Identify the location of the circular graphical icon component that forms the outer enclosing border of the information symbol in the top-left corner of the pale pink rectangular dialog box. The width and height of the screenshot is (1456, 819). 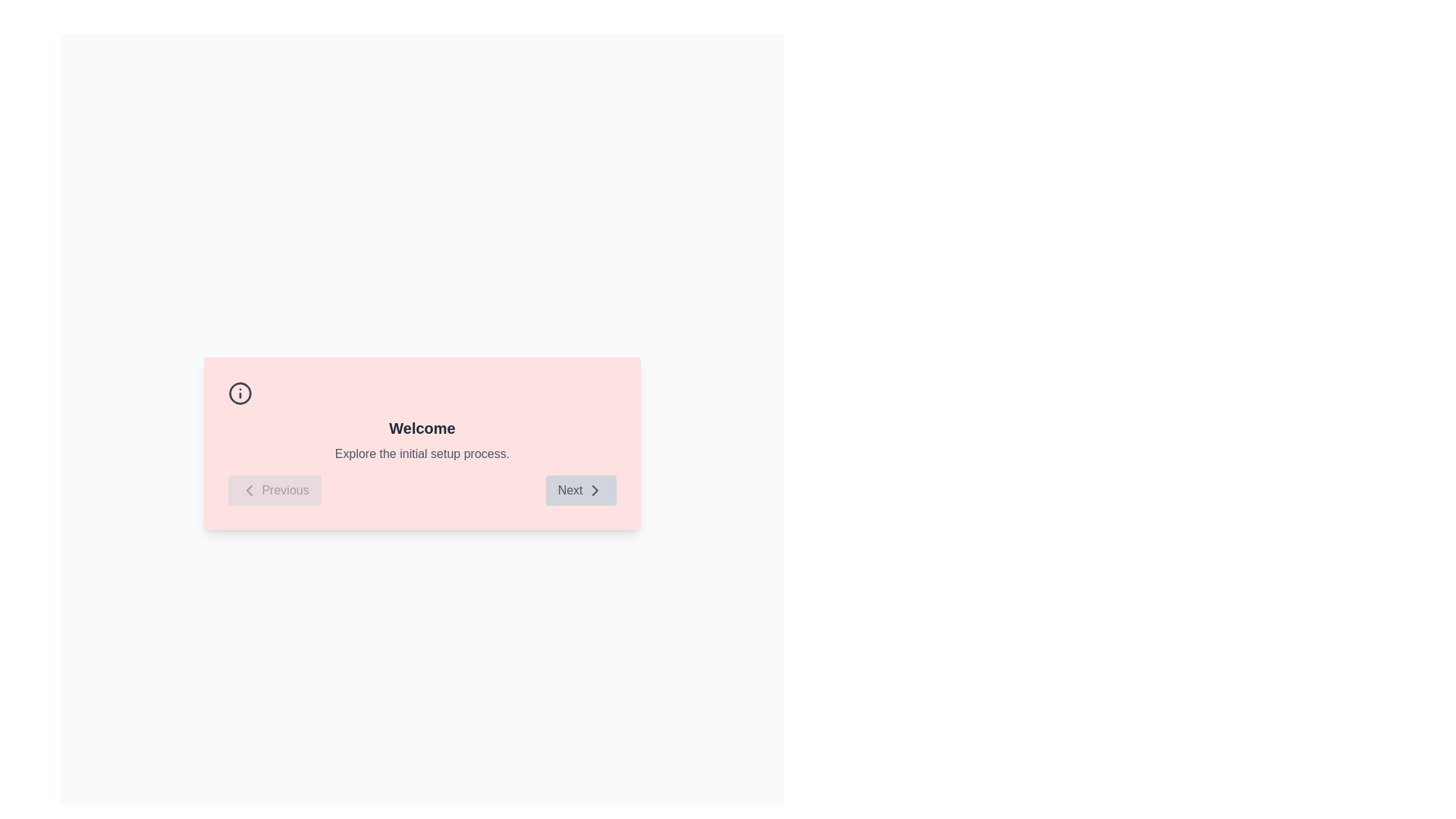
(239, 391).